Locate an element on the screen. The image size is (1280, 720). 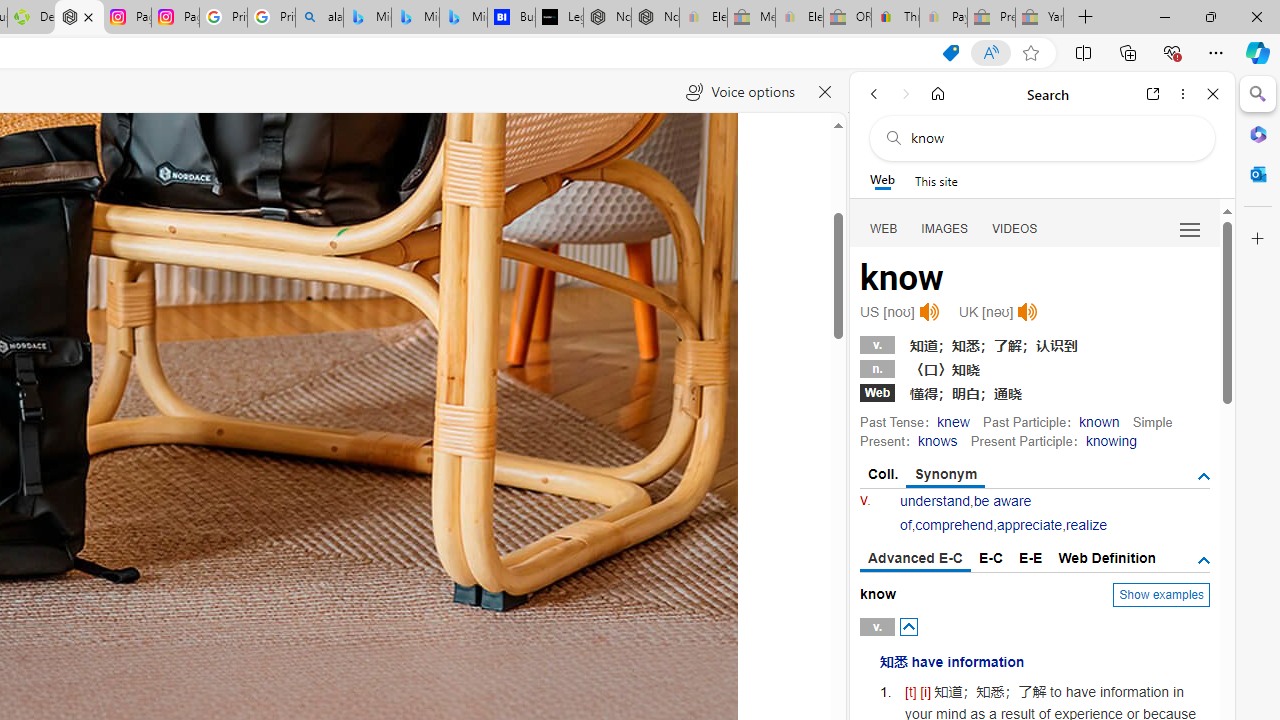
'Microsoft Bing Travel - Flights from Hong Kong to Bangkok' is located at coordinates (367, 17).